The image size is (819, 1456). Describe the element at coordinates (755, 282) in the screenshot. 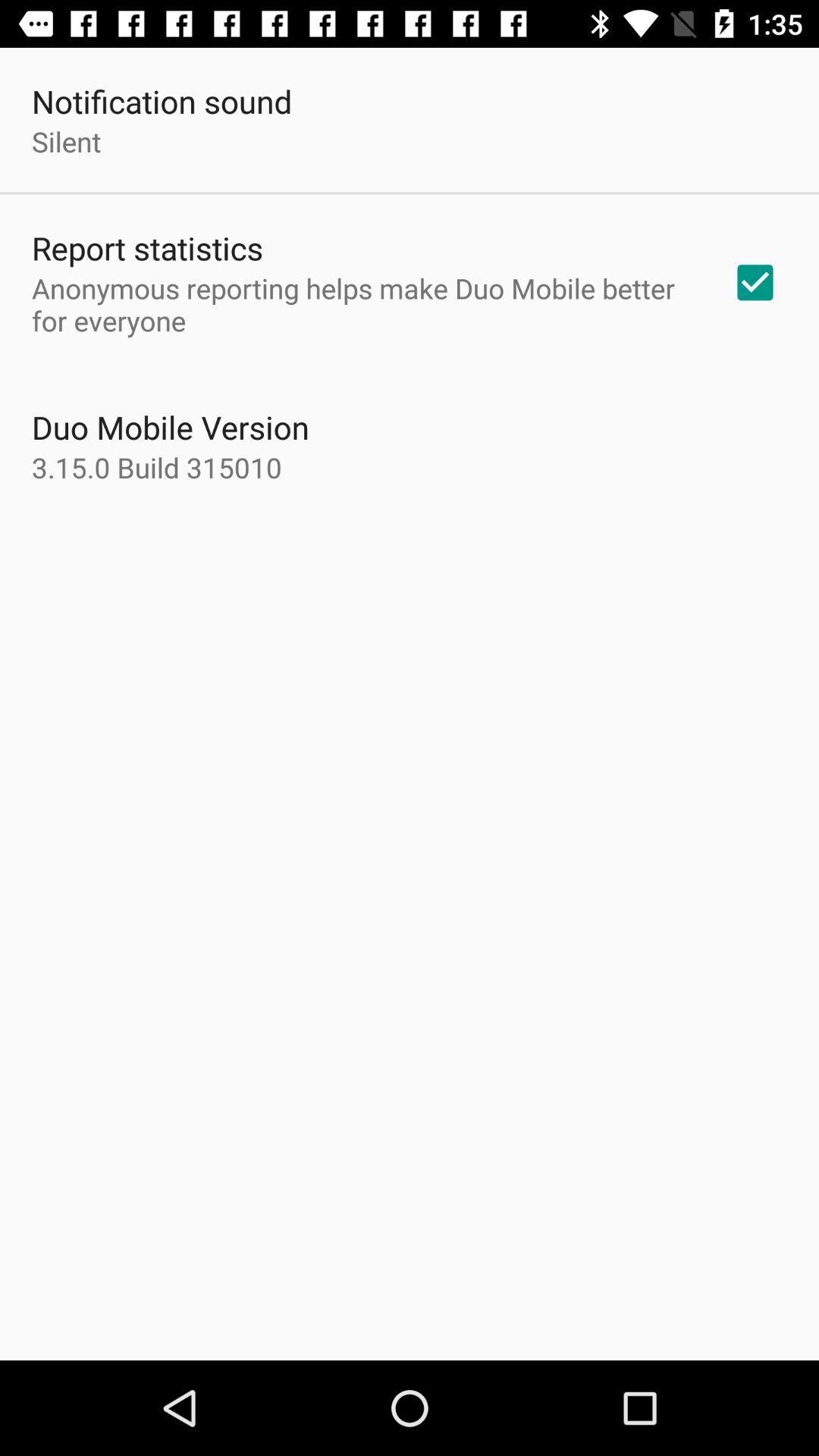

I see `the item next to anonymous reporting helps` at that location.